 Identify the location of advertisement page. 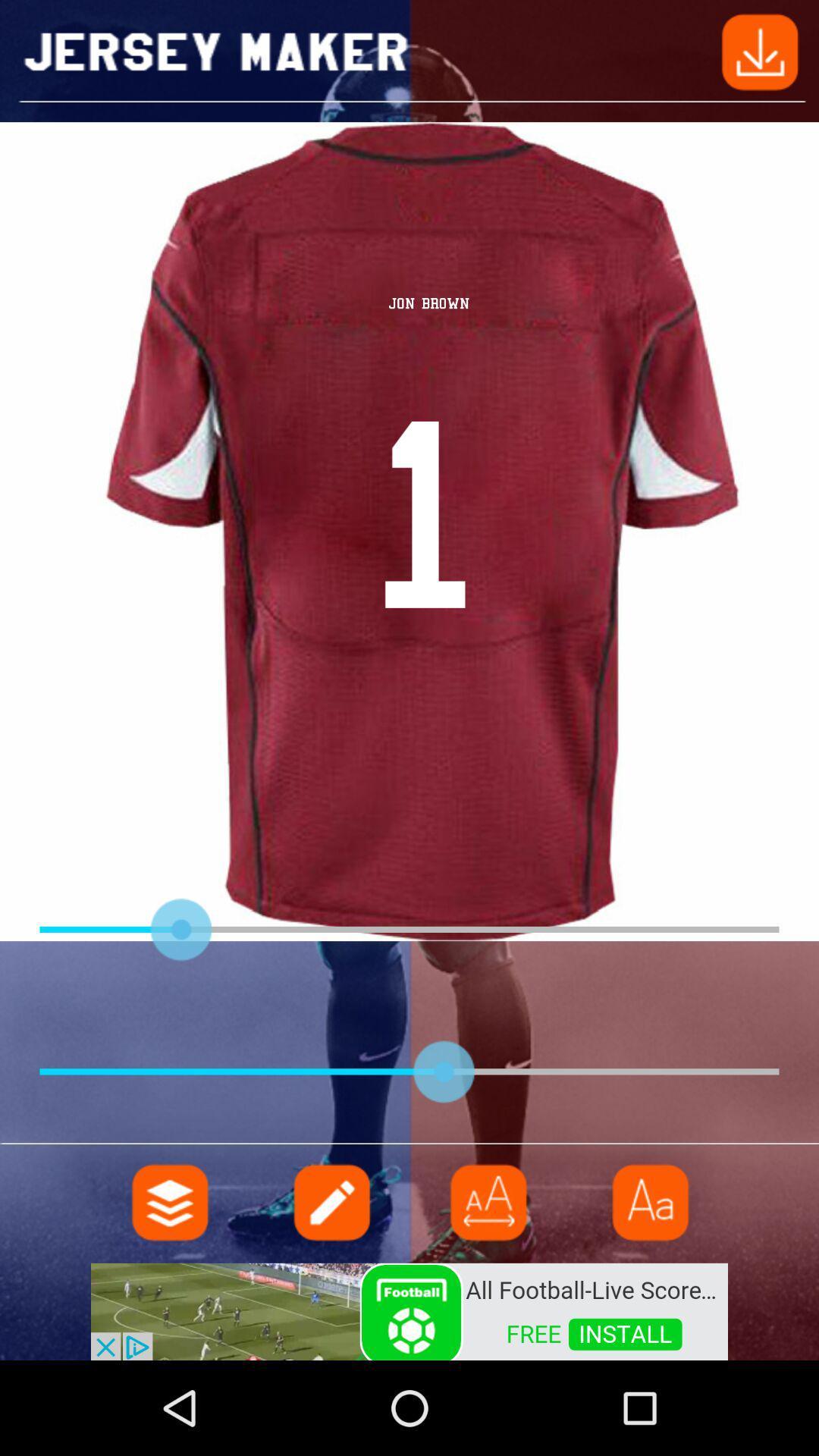
(409, 1310).